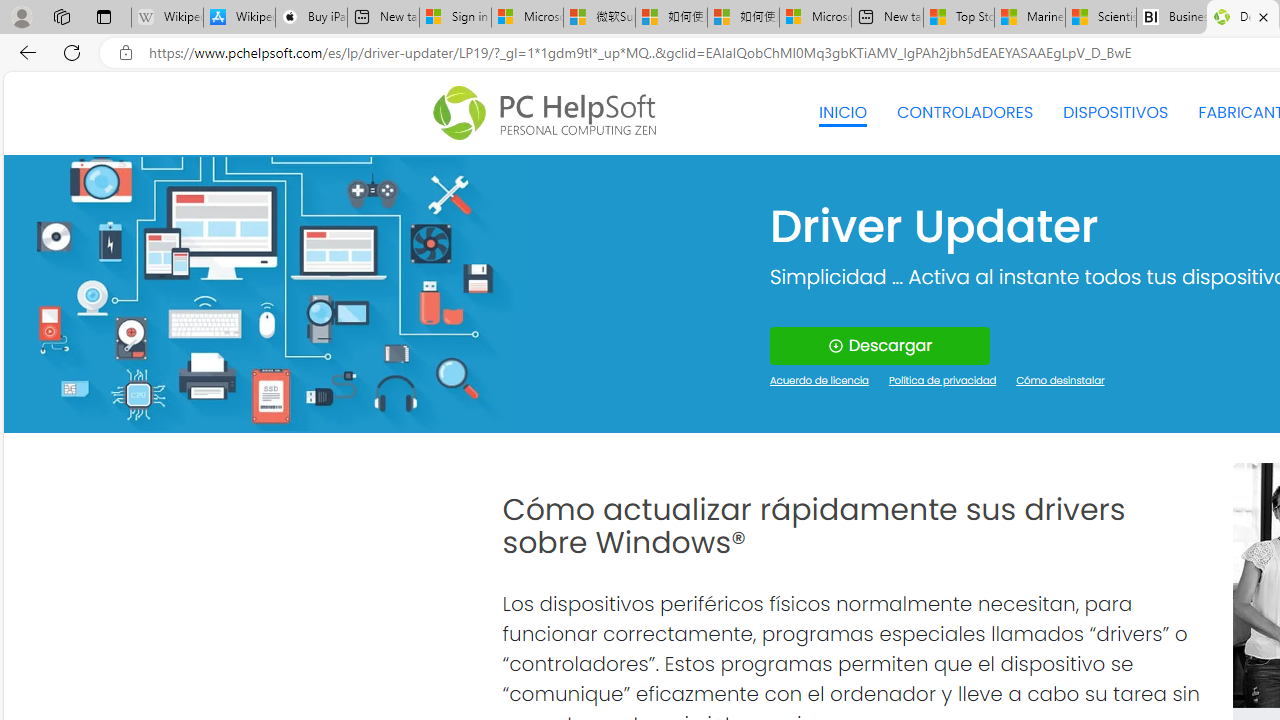 The width and height of the screenshot is (1280, 720). I want to click on 'DISPOSITIVOS', so click(1114, 113).